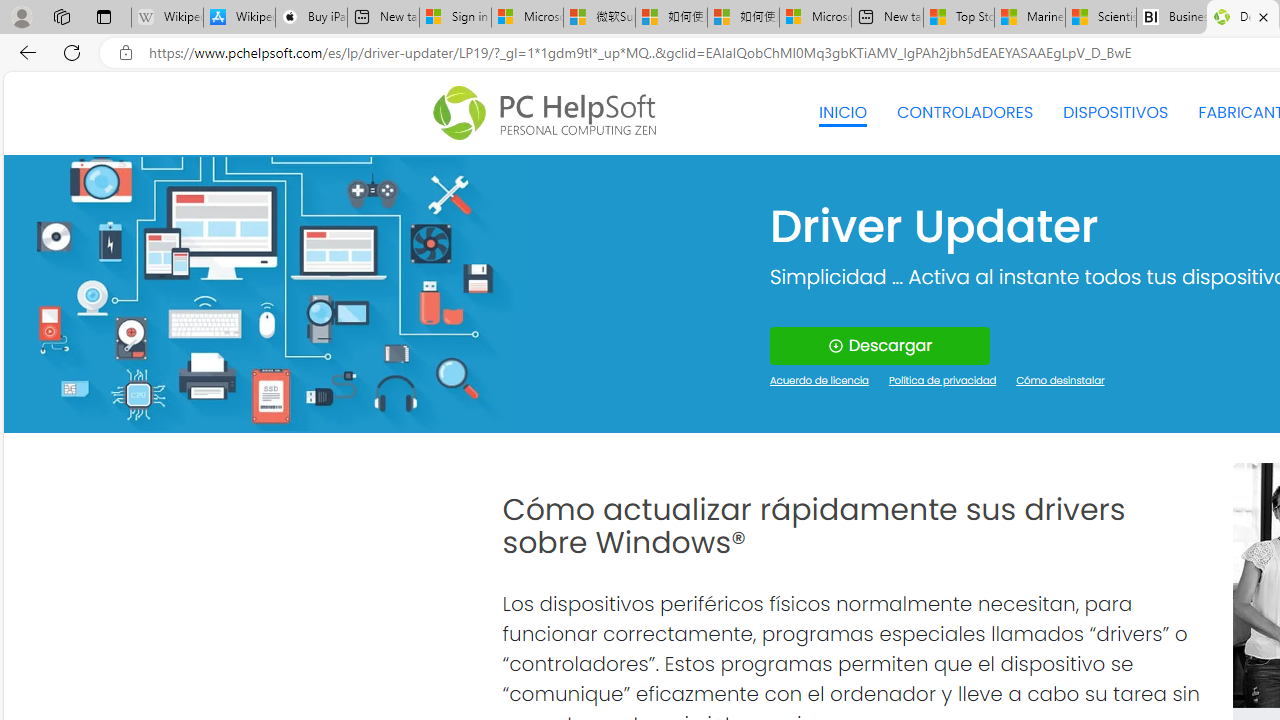 The width and height of the screenshot is (1280, 720). I want to click on 'DISPOSITIVOS', so click(1114, 113).